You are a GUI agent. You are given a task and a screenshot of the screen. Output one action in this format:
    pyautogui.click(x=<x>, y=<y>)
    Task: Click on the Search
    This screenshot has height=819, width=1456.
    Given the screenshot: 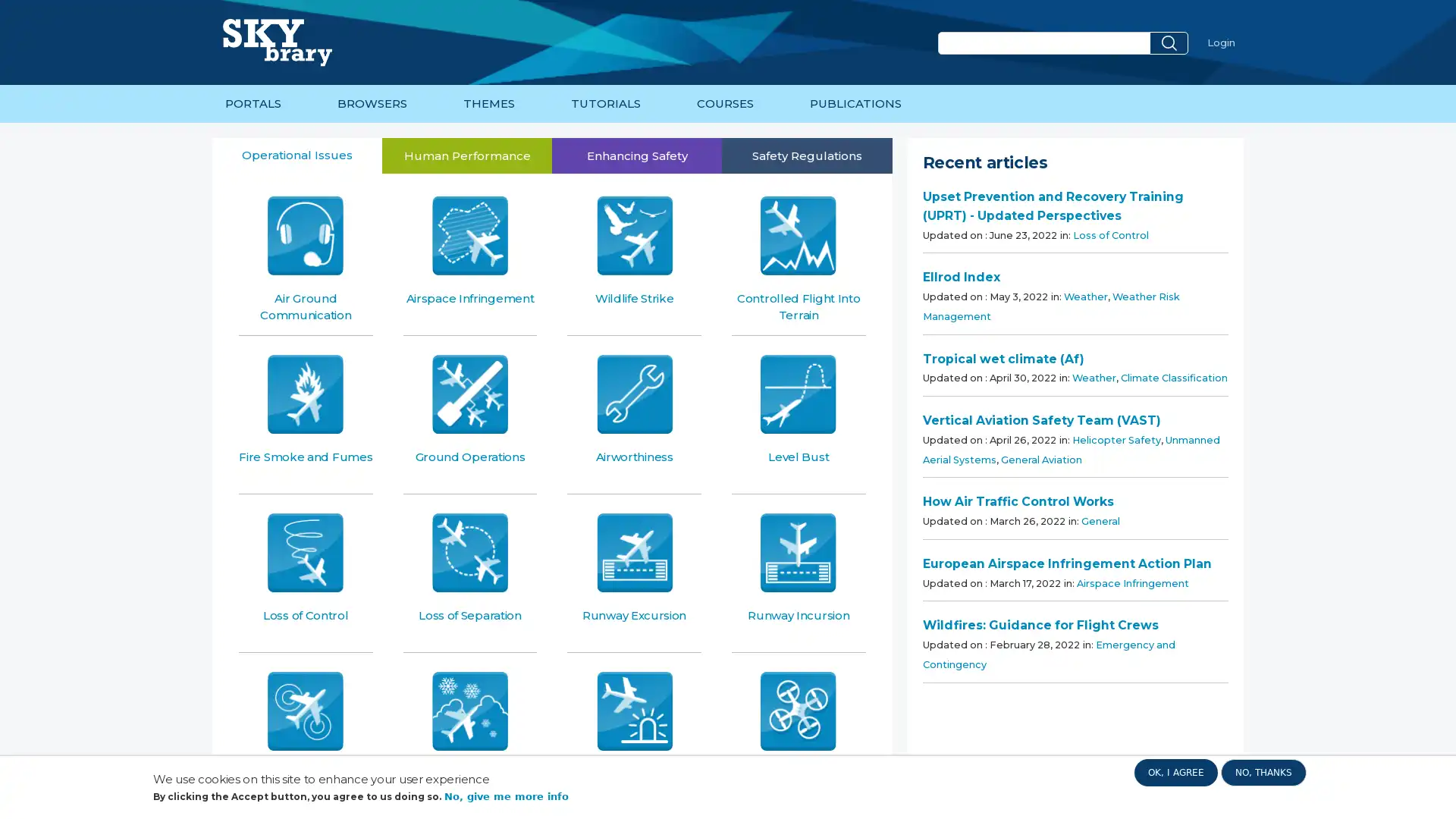 What is the action you would take?
    pyautogui.click(x=1168, y=42)
    